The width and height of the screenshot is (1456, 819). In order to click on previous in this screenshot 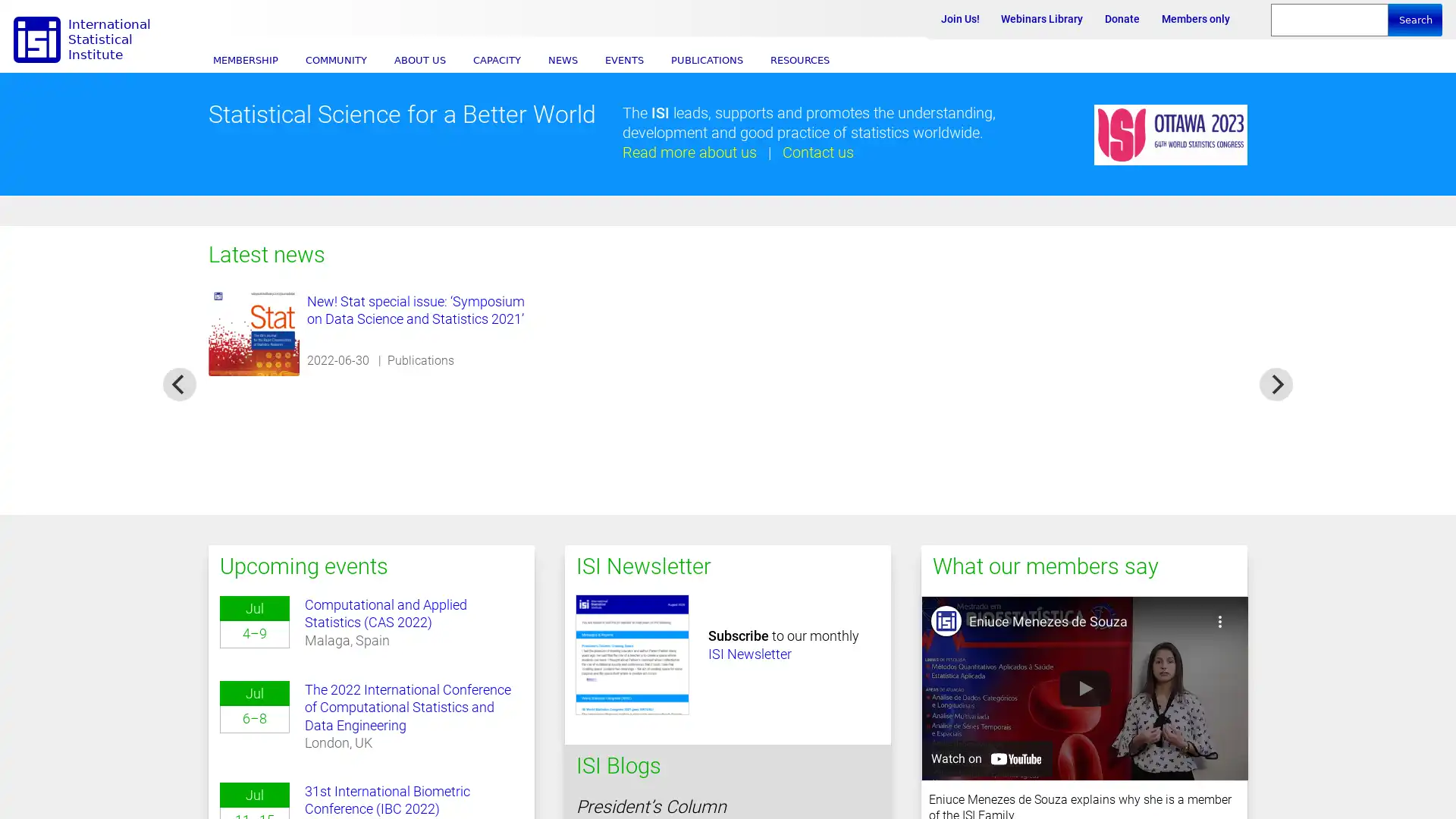, I will do `click(179, 329)`.